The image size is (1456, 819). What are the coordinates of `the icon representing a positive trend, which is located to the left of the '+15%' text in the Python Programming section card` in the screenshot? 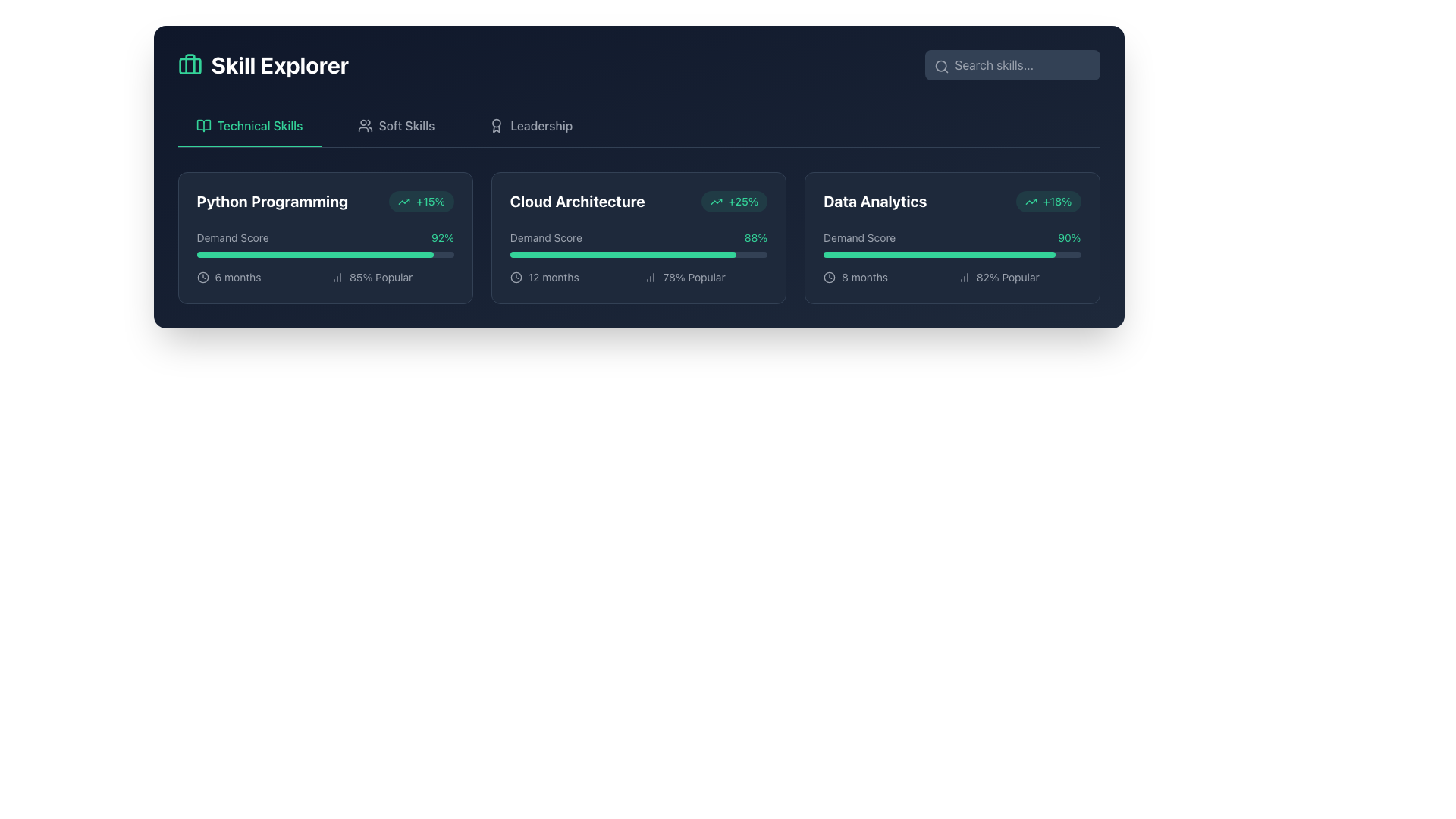 It's located at (404, 201).